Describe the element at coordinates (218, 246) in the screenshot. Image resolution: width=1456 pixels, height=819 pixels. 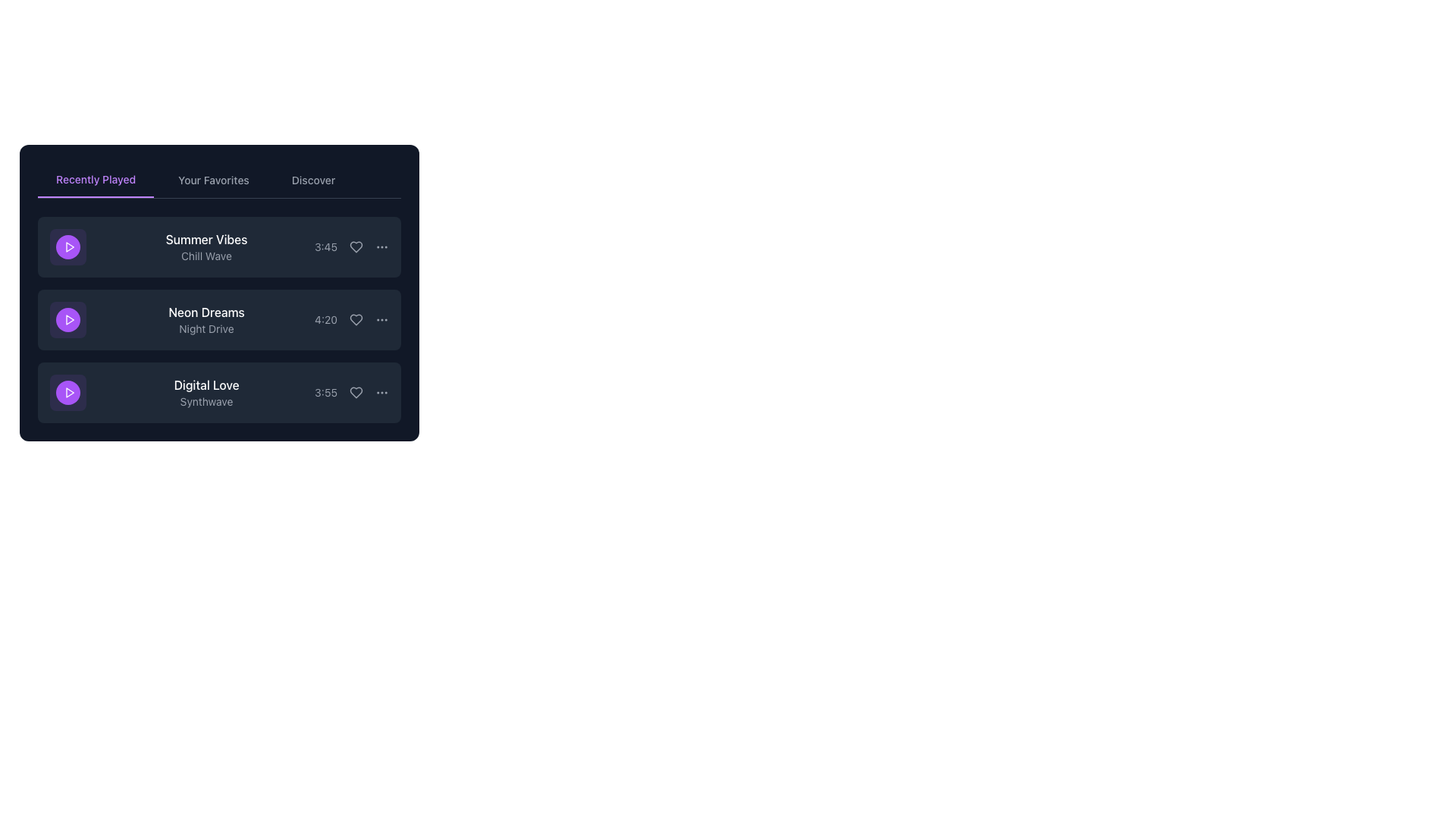
I see `to select the first list item labeled 'Summer Vibes' with a dark gray background, which contains the duration '3:45' and interactive icons on the right` at that location.